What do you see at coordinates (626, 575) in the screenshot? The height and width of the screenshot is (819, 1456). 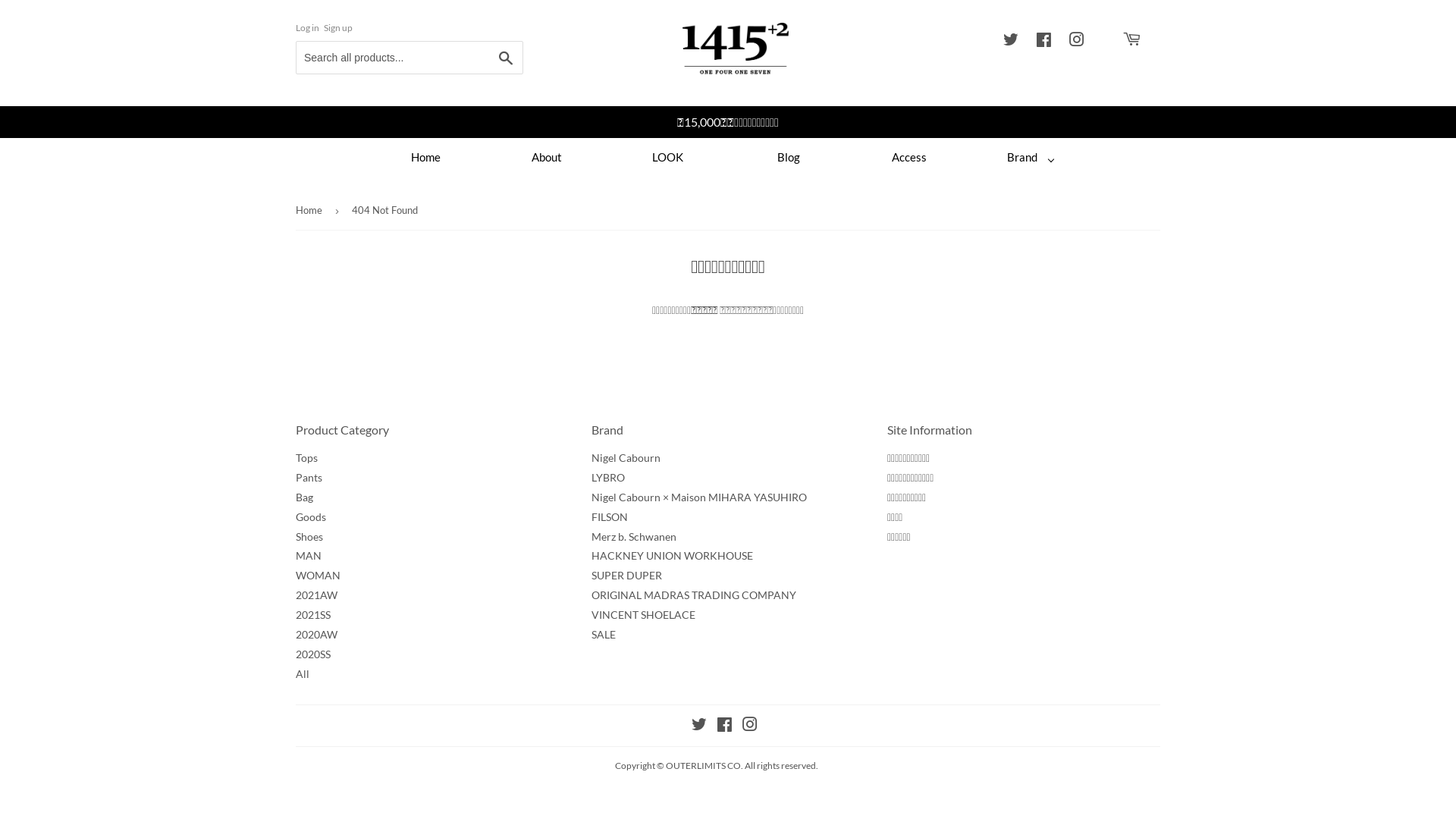 I see `'SUPER DUPER'` at bounding box center [626, 575].